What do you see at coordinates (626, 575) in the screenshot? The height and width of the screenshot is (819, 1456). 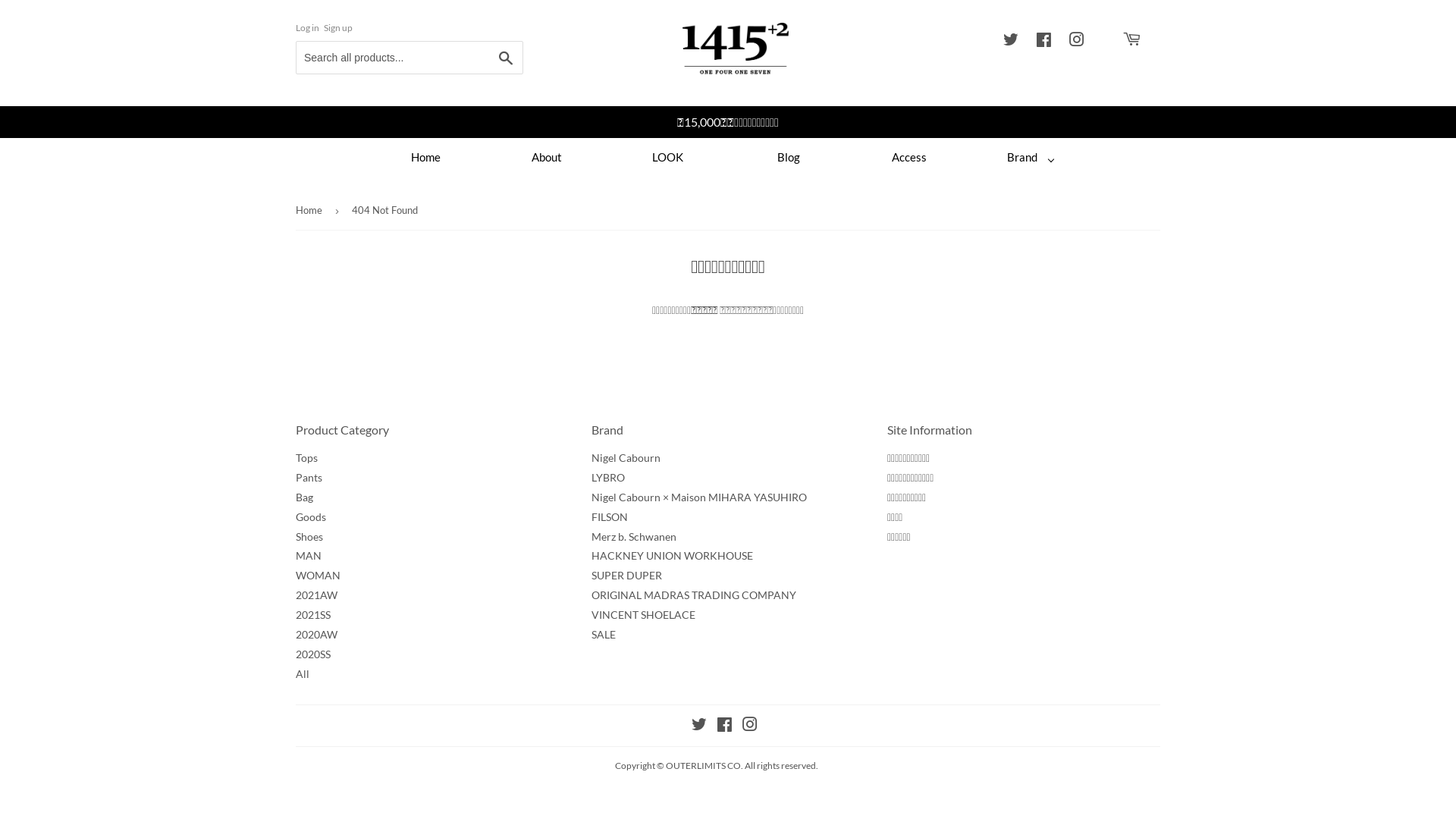 I see `'SUPER DUPER'` at bounding box center [626, 575].